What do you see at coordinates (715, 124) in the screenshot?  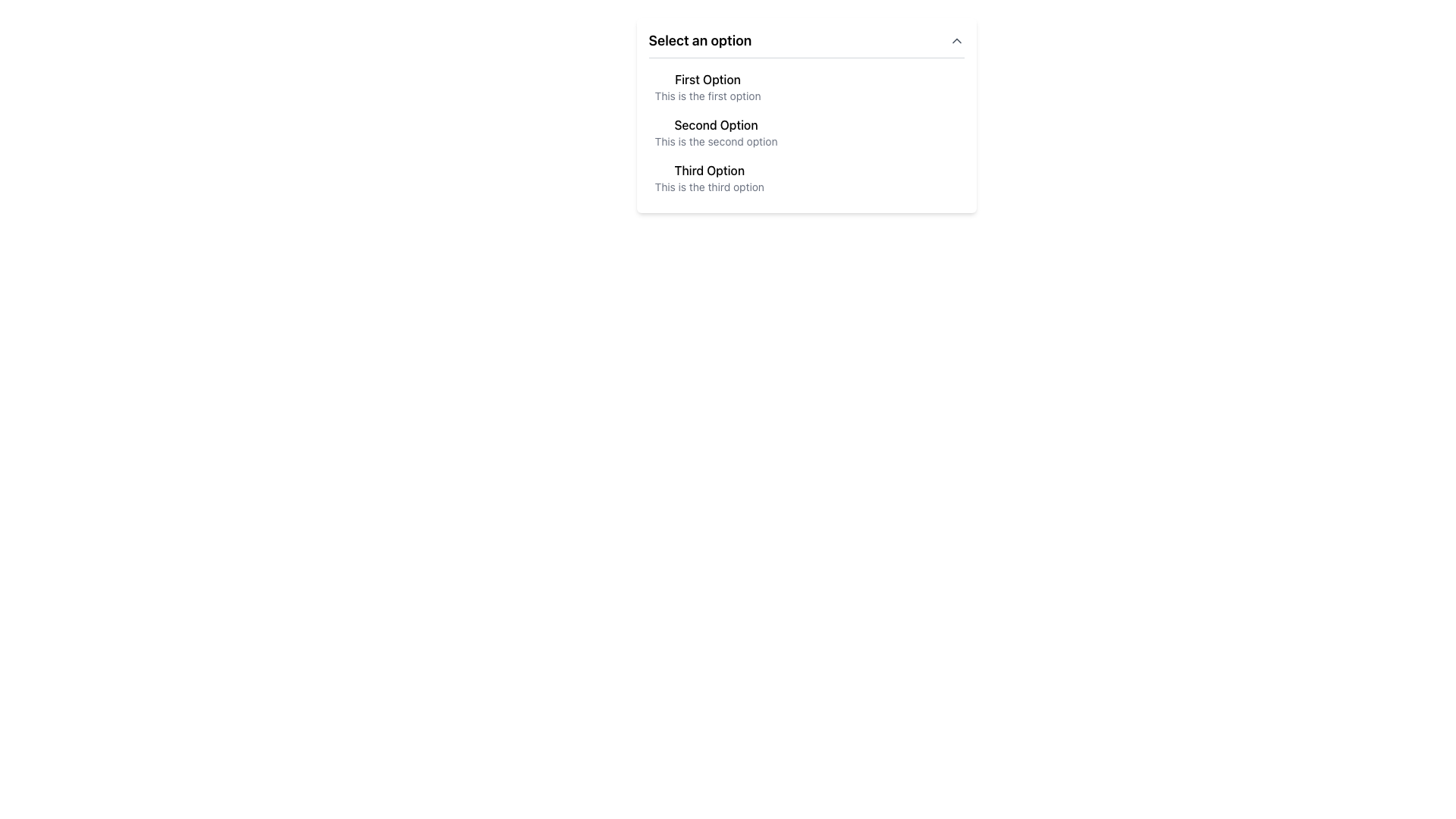 I see `the second selectable option in the dropdown menu to initiate selection` at bounding box center [715, 124].